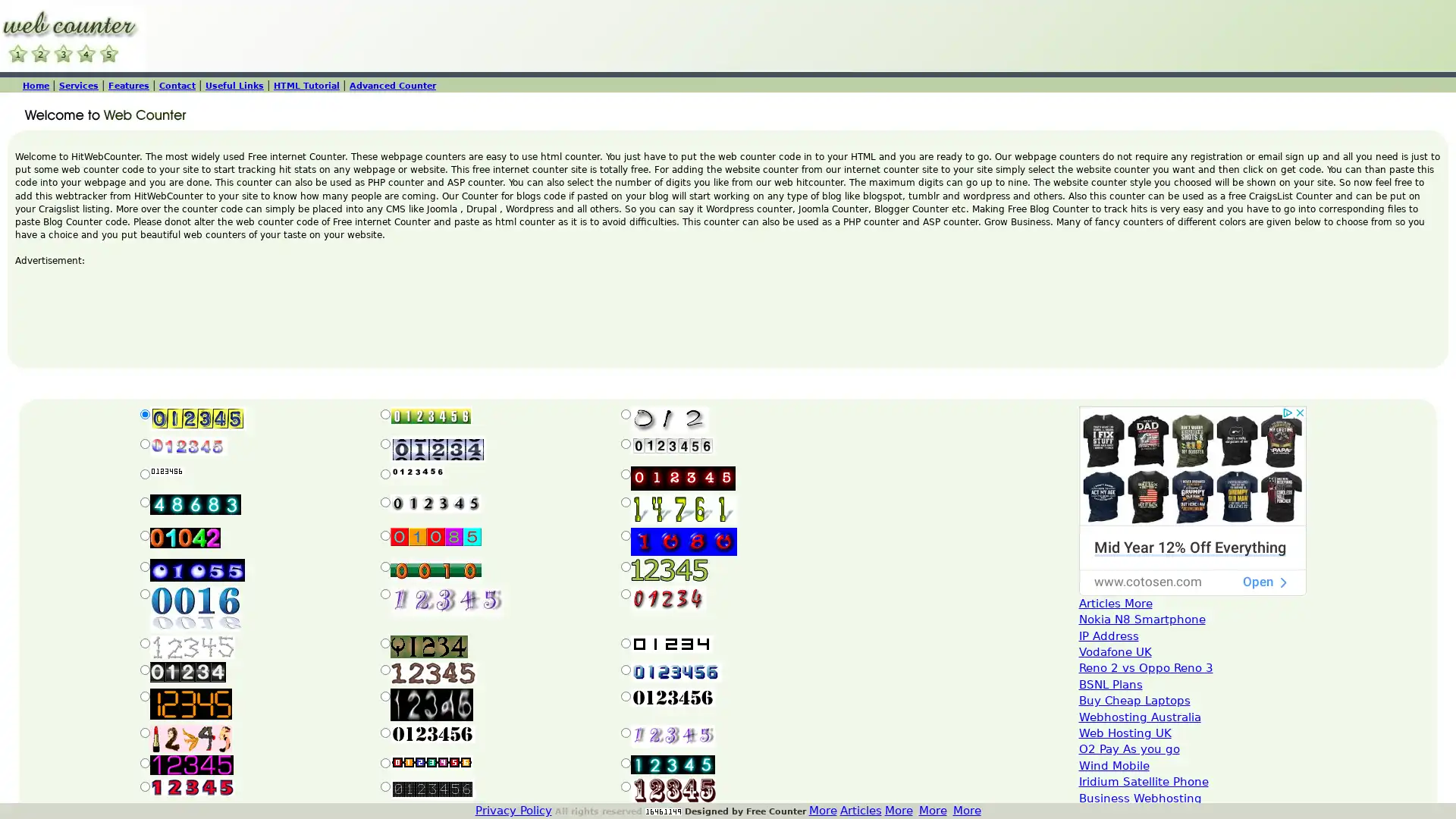 The height and width of the screenshot is (819, 1456). Describe the element at coordinates (668, 419) in the screenshot. I see `Submit` at that location.